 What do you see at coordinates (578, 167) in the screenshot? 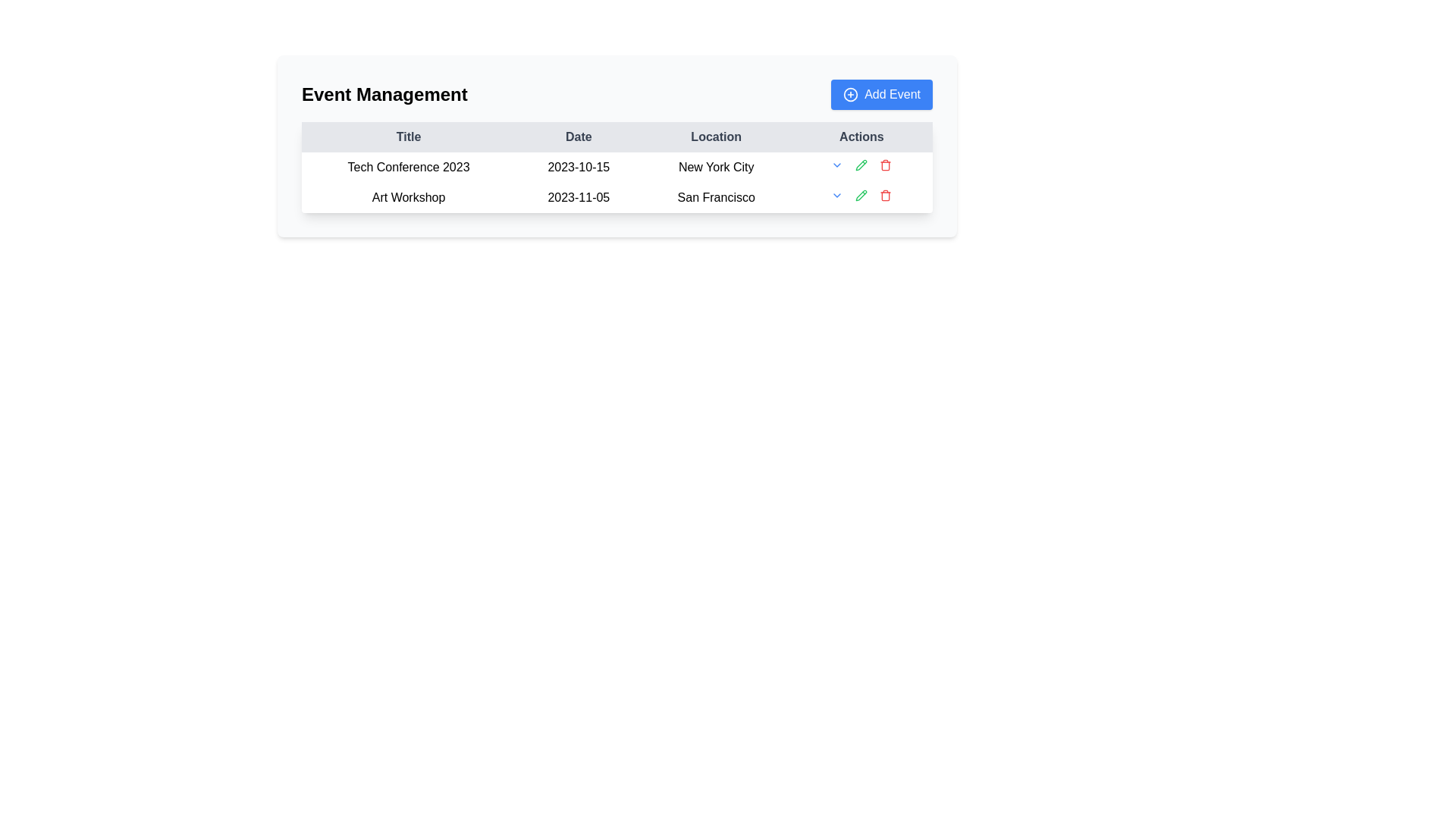
I see `the text label displaying the date '2023-10-15' in the data table under the 'Date' column for the 'Tech Conference 2023' event` at bounding box center [578, 167].